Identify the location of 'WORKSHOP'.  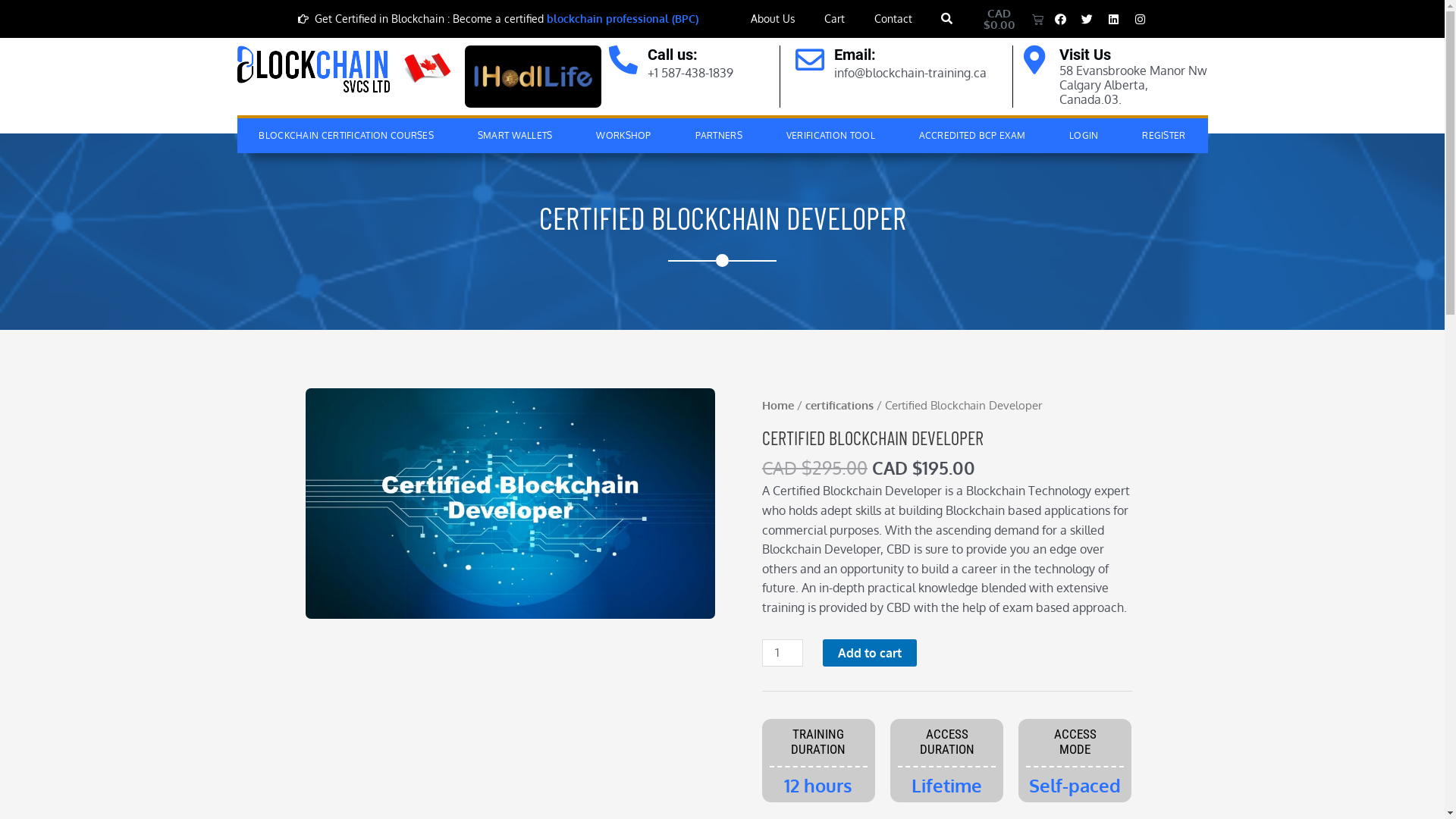
(623, 134).